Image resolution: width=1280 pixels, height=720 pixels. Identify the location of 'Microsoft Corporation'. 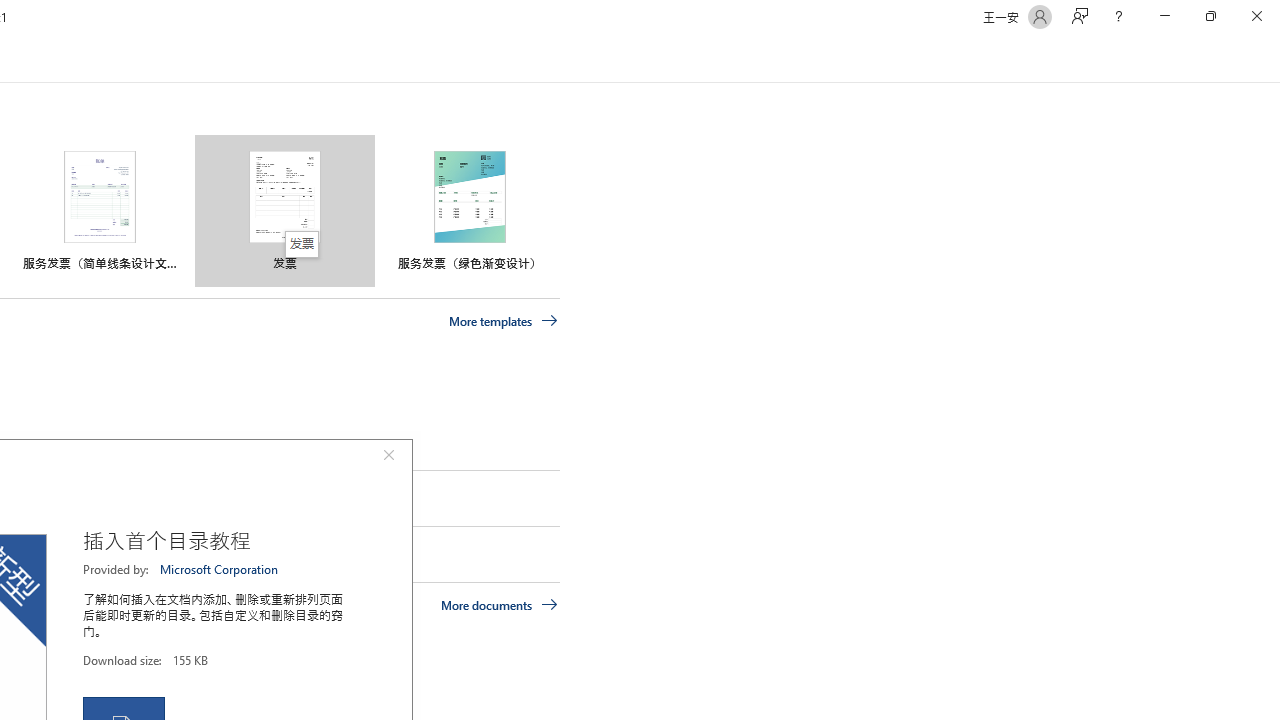
(220, 569).